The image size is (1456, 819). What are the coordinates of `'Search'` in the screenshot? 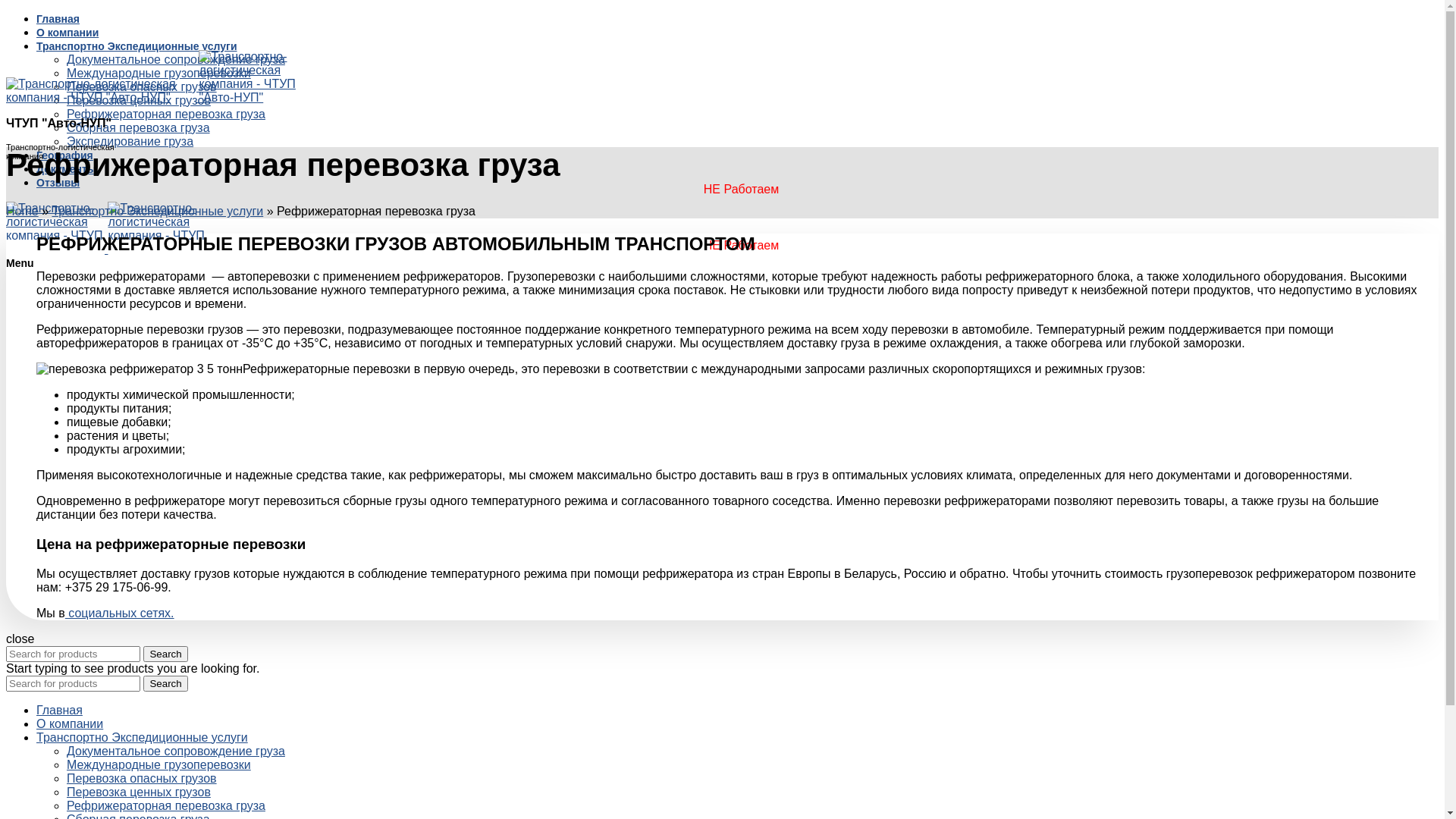 It's located at (165, 682).